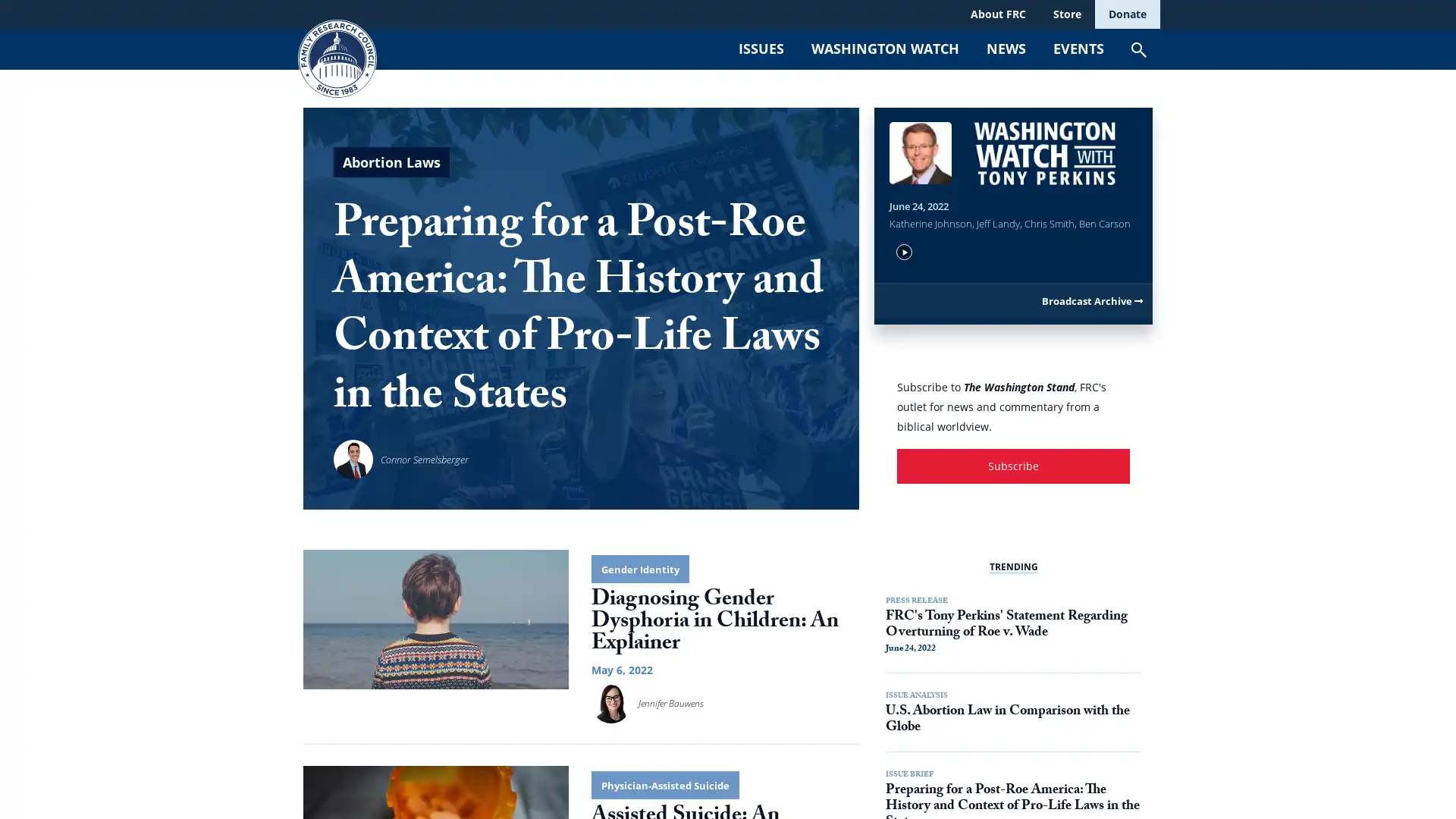 The height and width of the screenshot is (819, 1456). Describe the element at coordinates (904, 335) in the screenshot. I see `Play Video` at that location.